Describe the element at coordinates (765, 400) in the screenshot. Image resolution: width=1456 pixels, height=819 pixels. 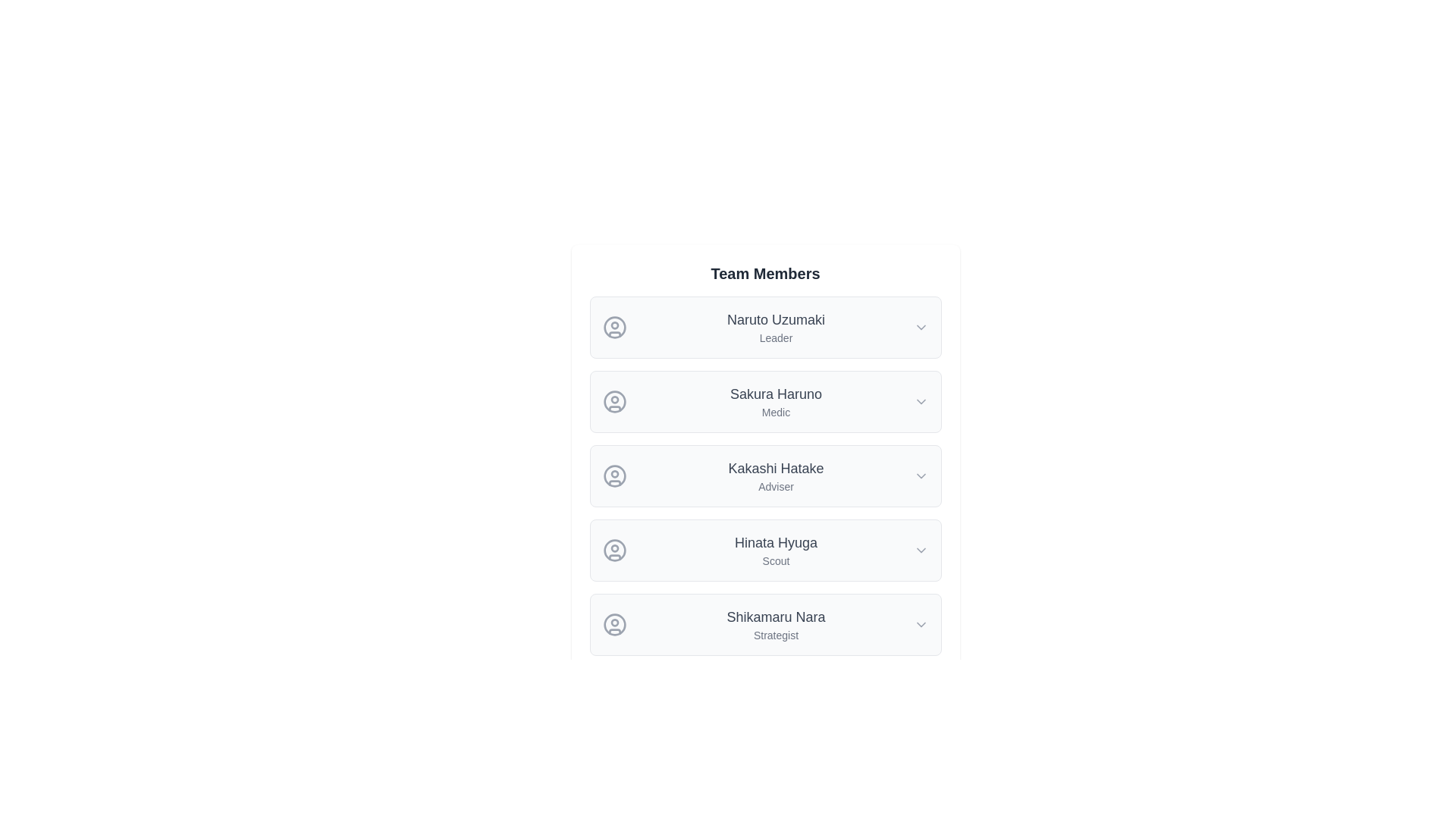
I see `to select the user information card displaying 'Sakura Haruno', which is the second item in the vertical list of team member cards` at that location.